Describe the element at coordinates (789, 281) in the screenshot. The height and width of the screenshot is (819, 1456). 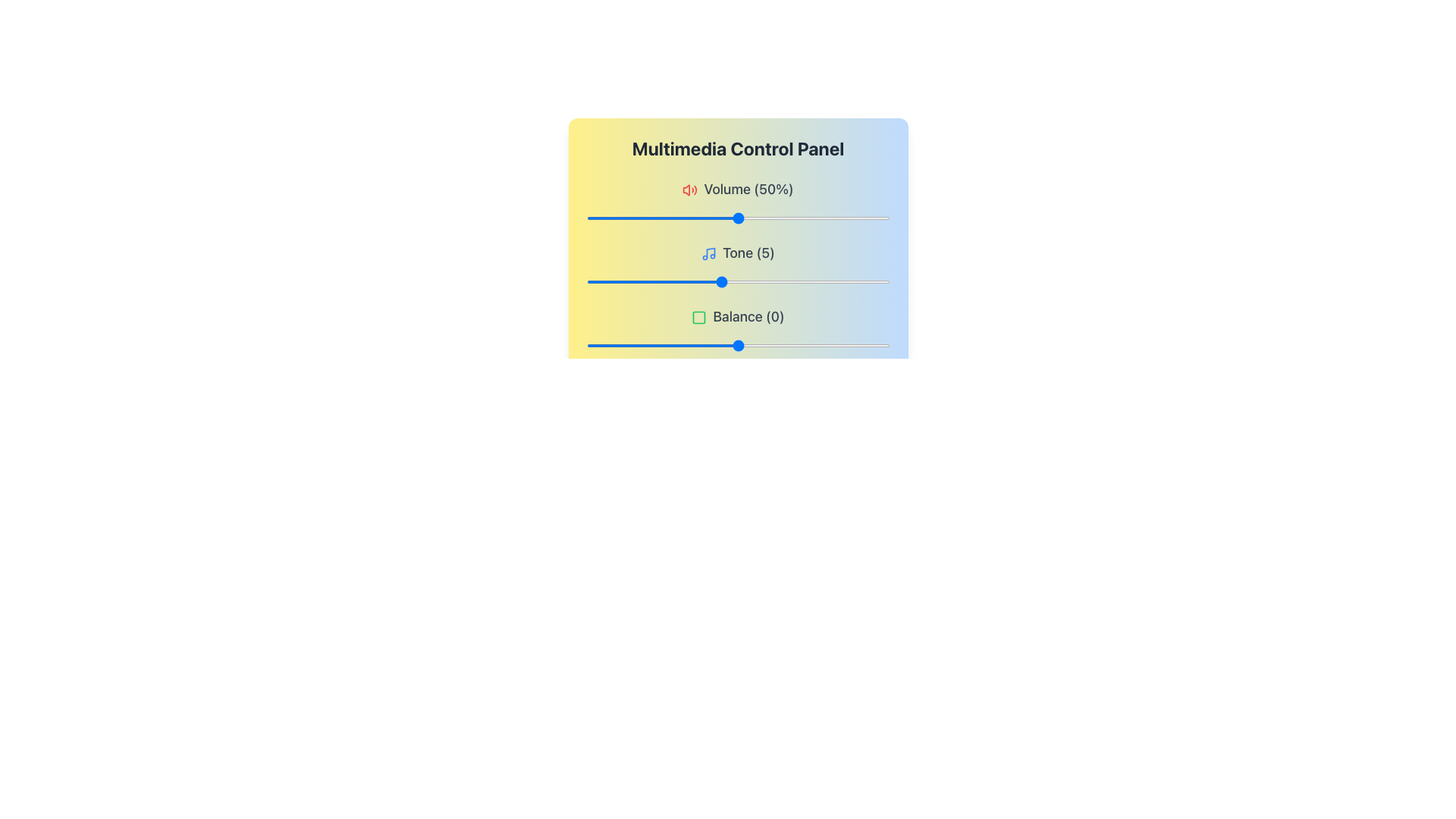
I see `the tone value` at that location.